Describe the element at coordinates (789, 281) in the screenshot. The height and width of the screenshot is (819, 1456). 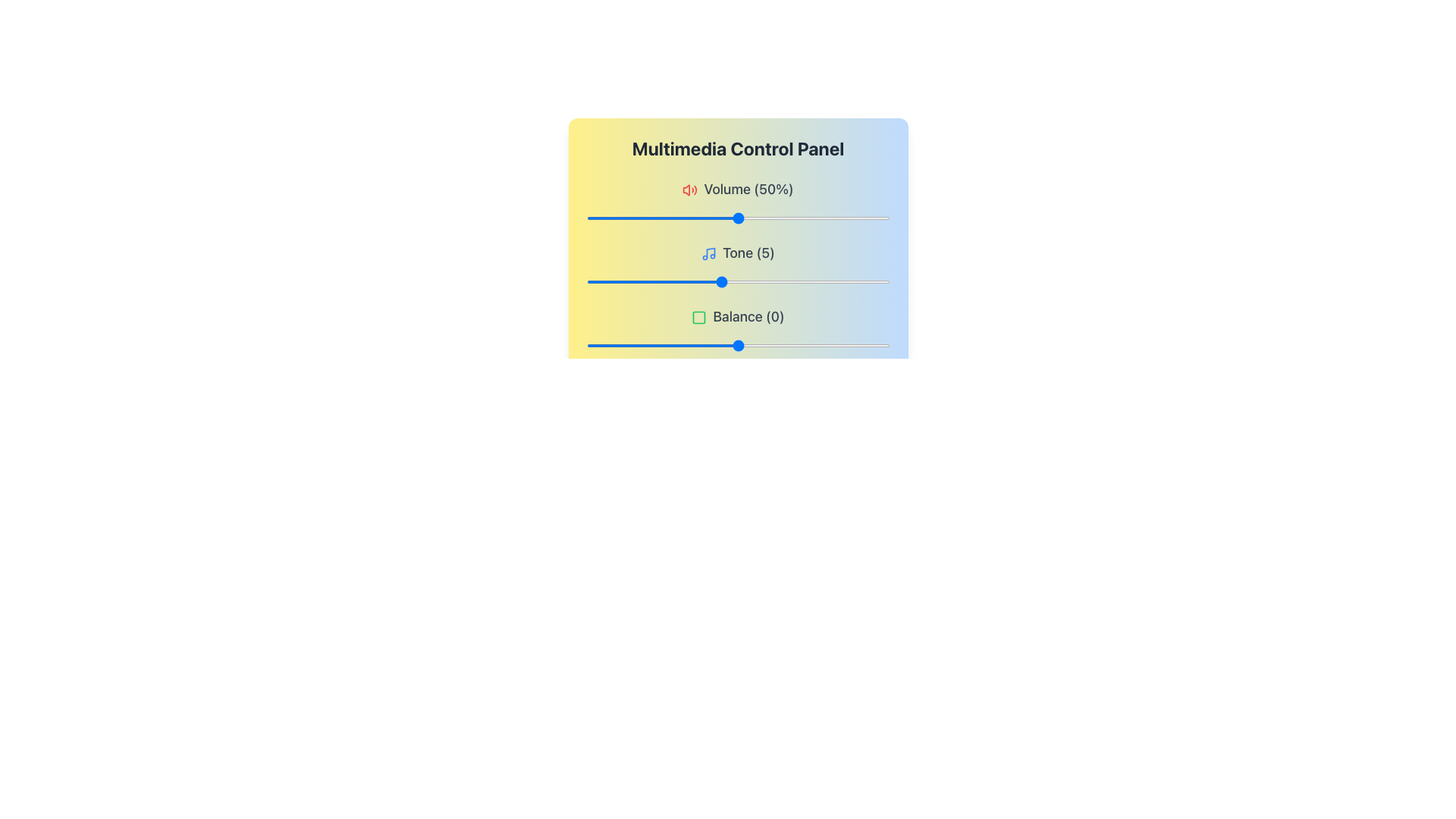
I see `the tone value` at that location.